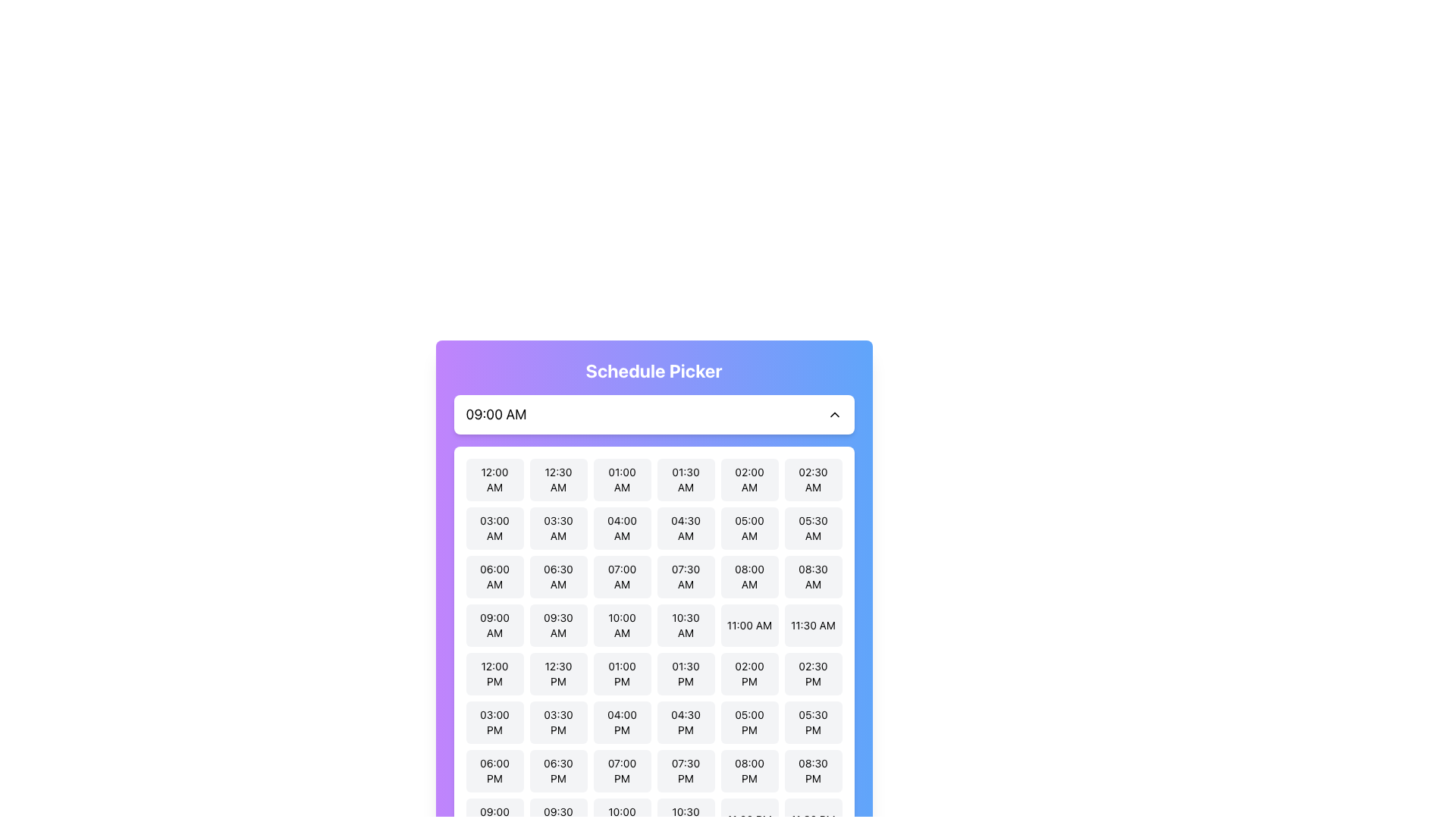 This screenshot has height=819, width=1456. I want to click on the button labeled '07:30 PM' which is a rounded rectangle with a light gray background, so click(685, 771).